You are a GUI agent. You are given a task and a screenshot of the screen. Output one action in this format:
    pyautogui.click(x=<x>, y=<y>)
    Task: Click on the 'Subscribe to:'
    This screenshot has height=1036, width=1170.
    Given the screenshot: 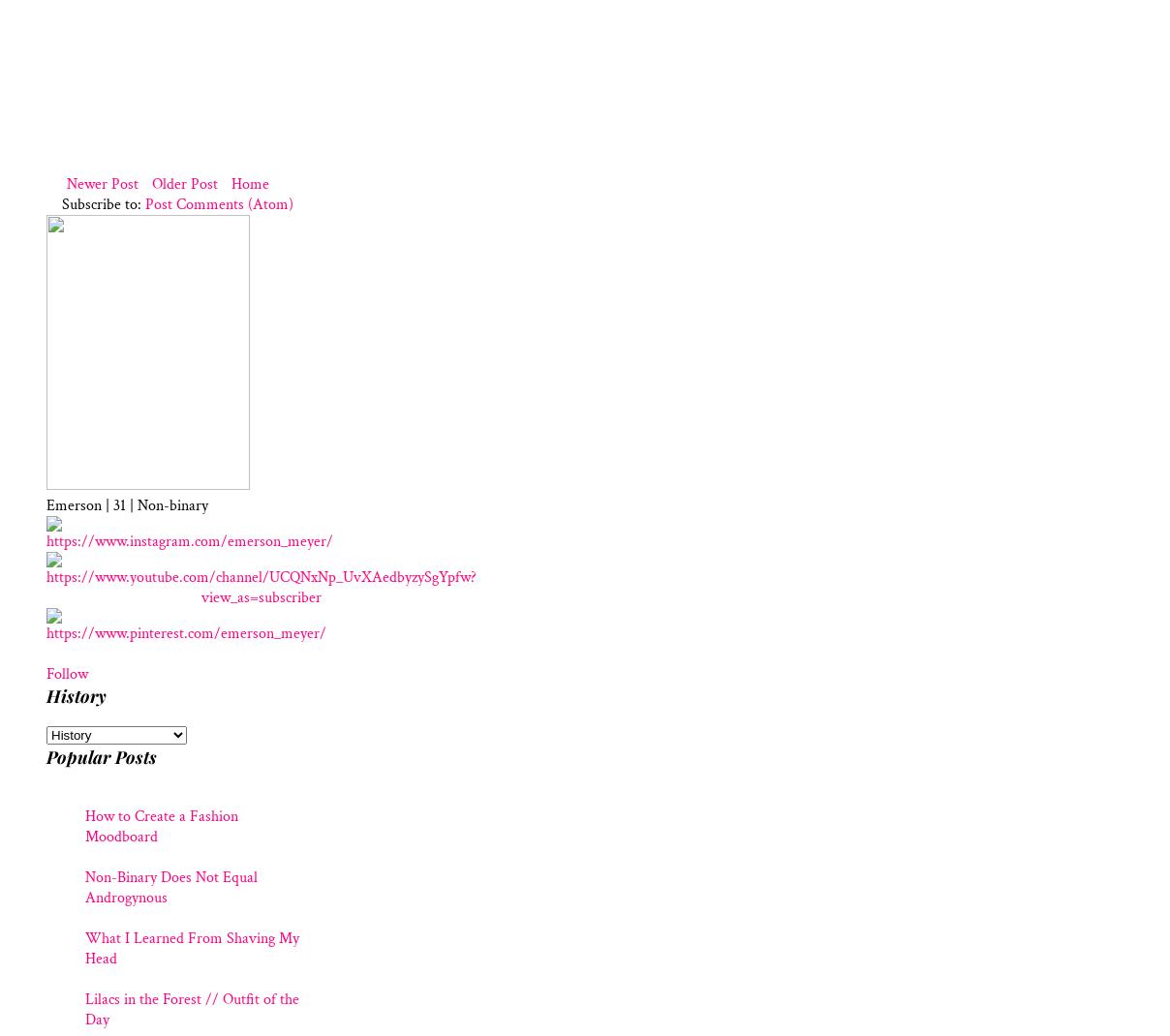 What is the action you would take?
    pyautogui.click(x=103, y=202)
    